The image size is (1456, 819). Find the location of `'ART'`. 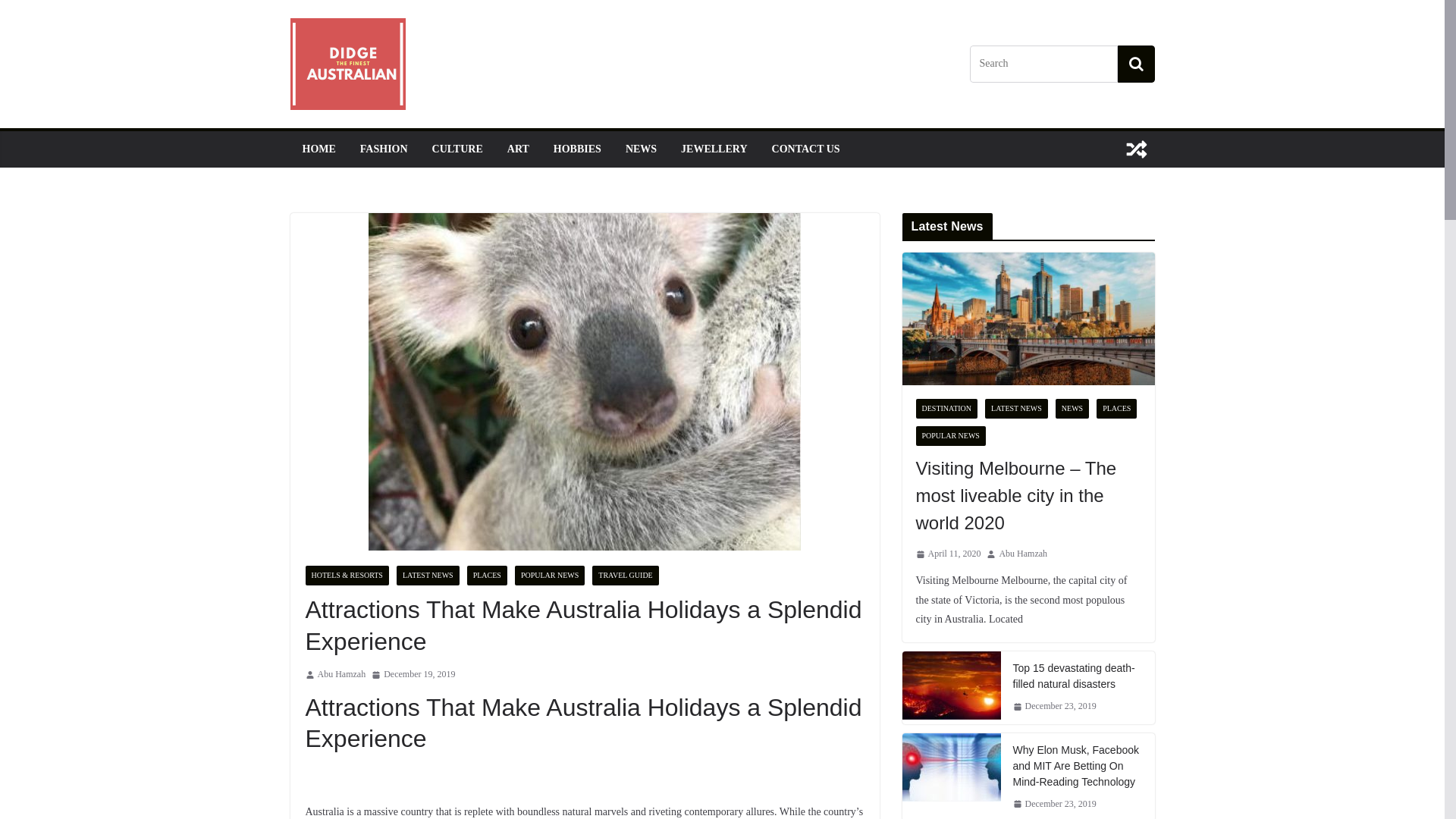

'ART' is located at coordinates (518, 149).